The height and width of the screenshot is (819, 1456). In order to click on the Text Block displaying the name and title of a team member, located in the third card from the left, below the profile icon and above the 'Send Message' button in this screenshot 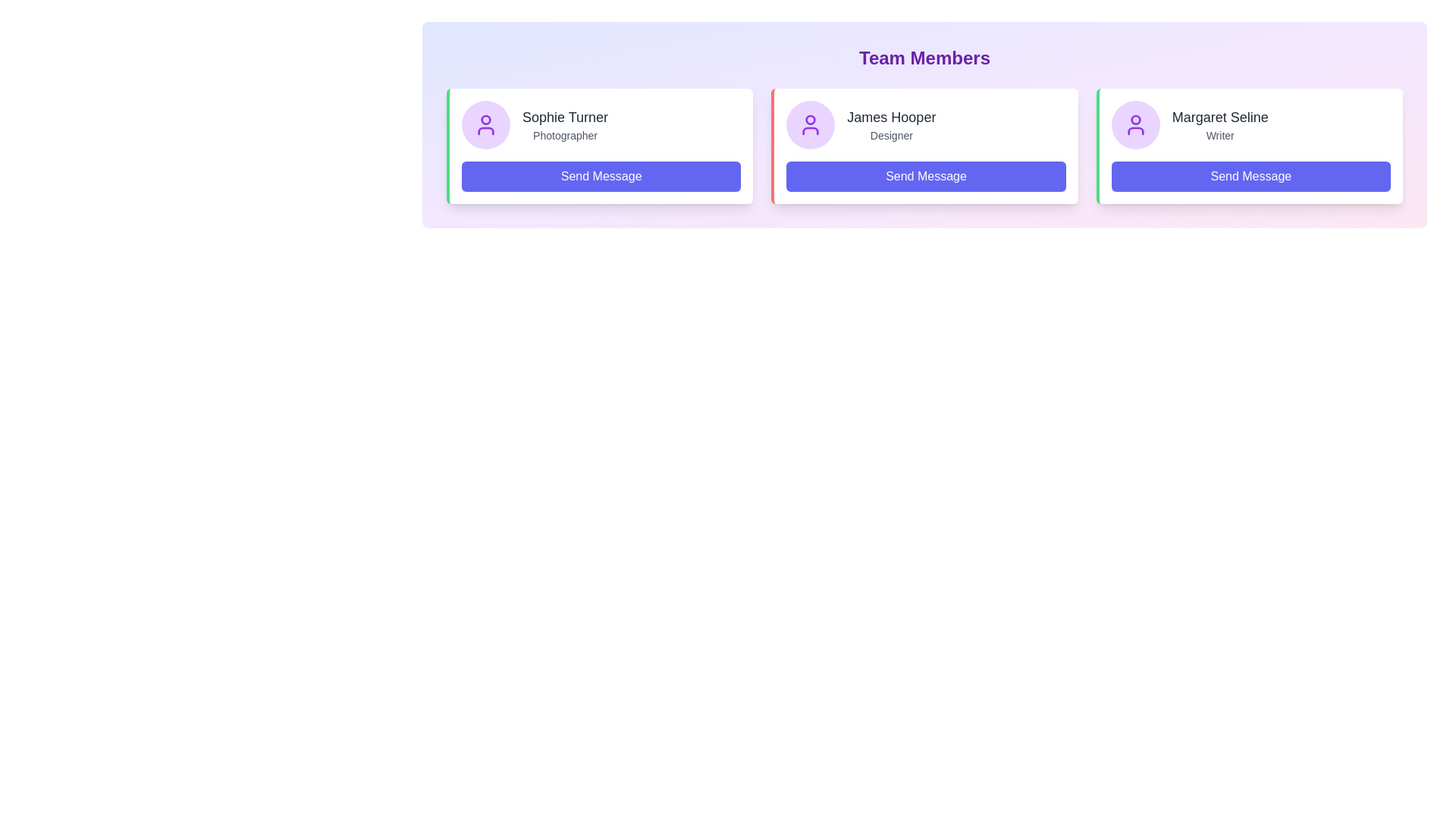, I will do `click(1220, 124)`.